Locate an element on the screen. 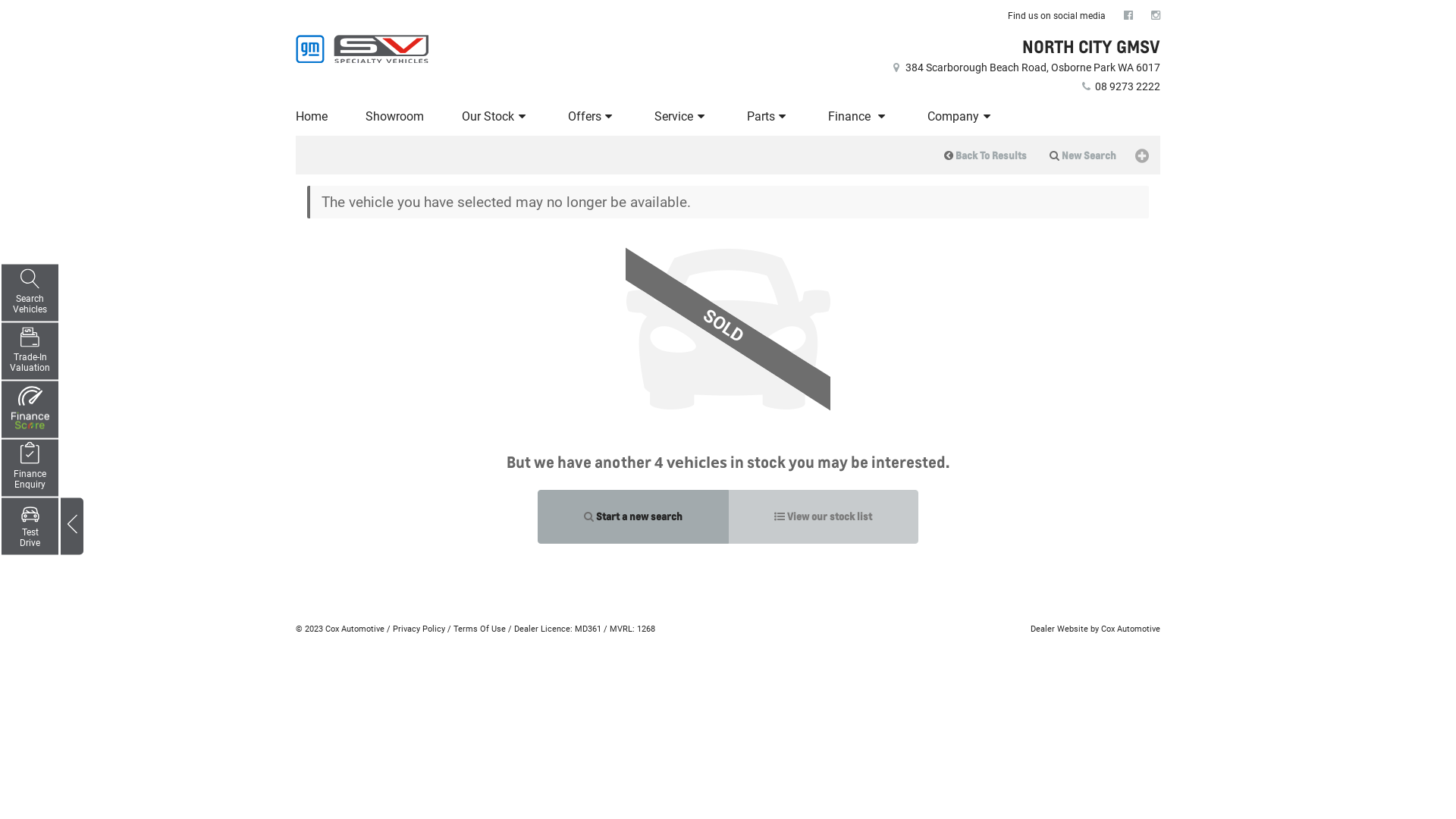 This screenshot has height=819, width=1456. 'Showroom' is located at coordinates (394, 116).